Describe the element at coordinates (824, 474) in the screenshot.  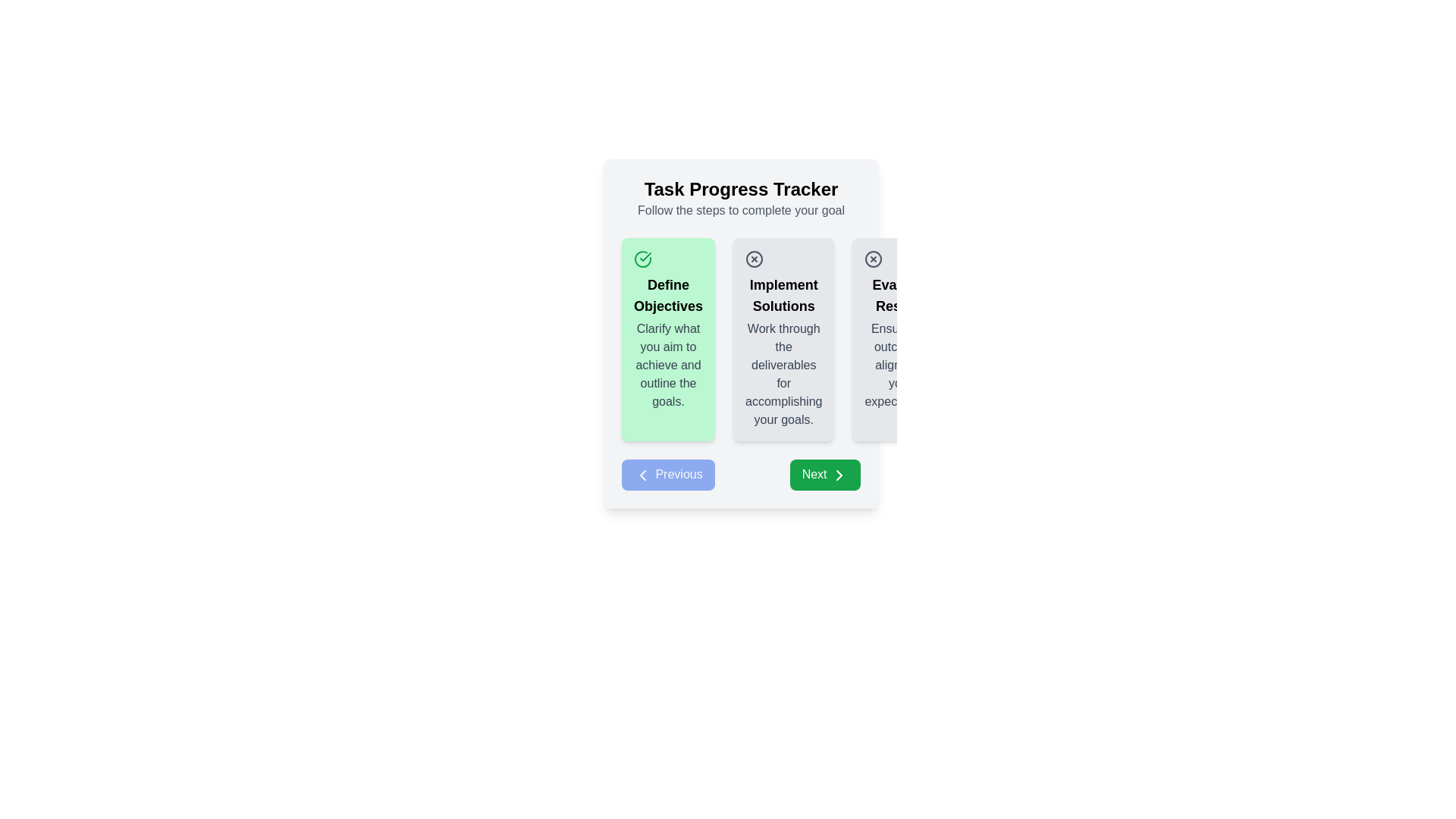
I see `the navigation button for advancing to the next step` at that location.